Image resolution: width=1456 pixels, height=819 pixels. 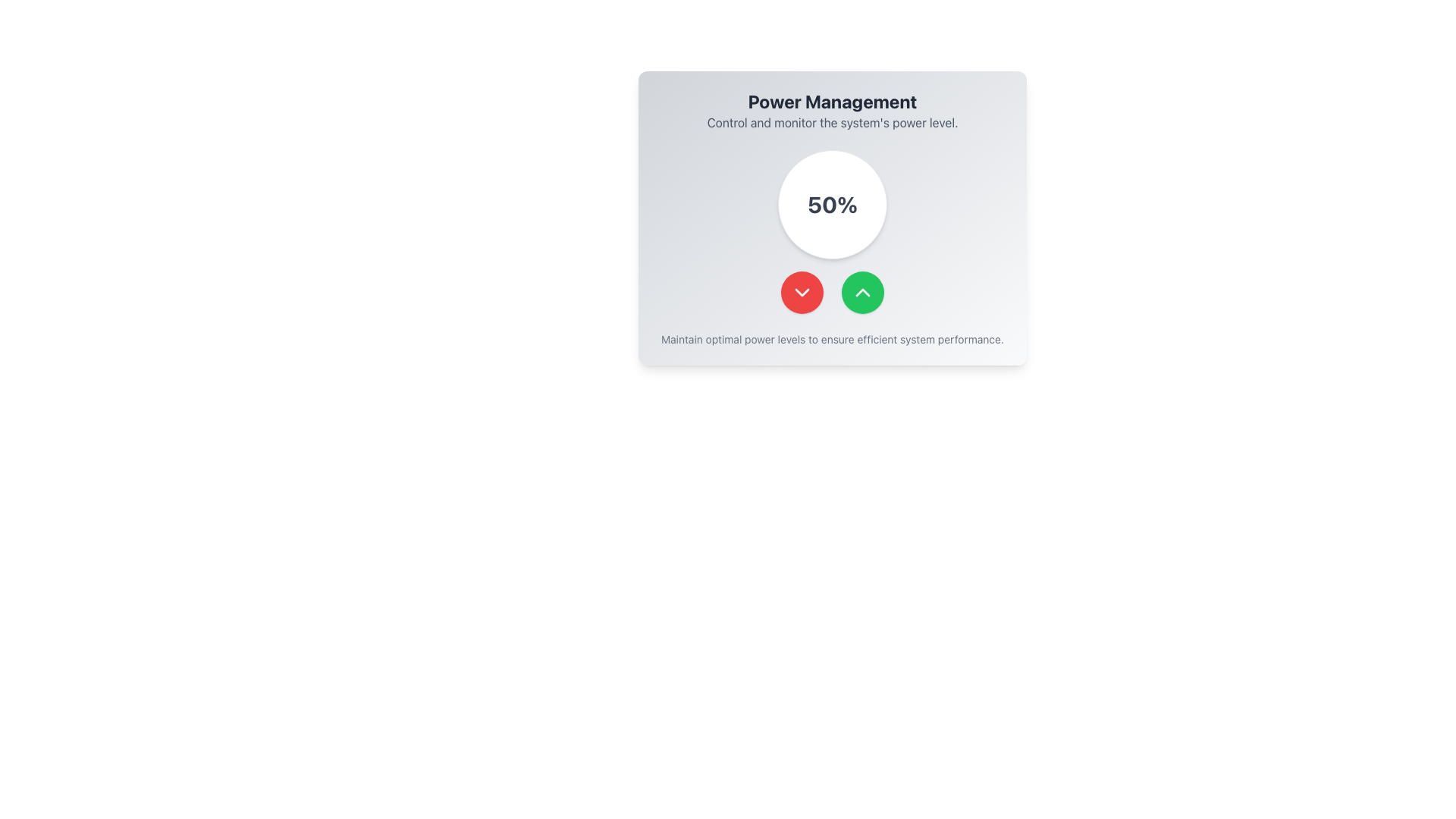 What do you see at coordinates (832, 205) in the screenshot?
I see `the circular informational display element that shows '50%' in bold, black font, positioned at the top of the column layout` at bounding box center [832, 205].